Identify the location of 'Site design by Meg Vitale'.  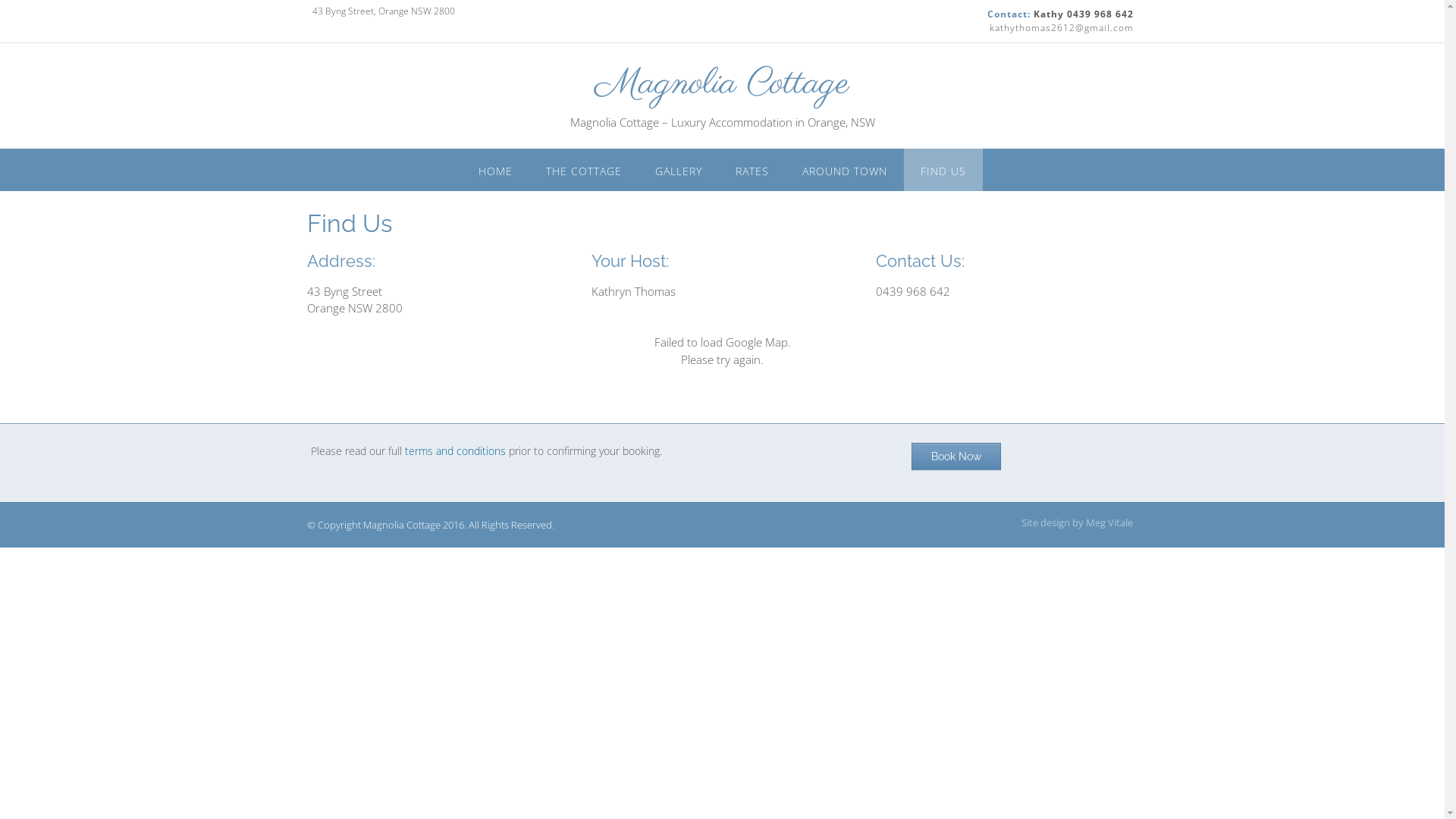
(1076, 522).